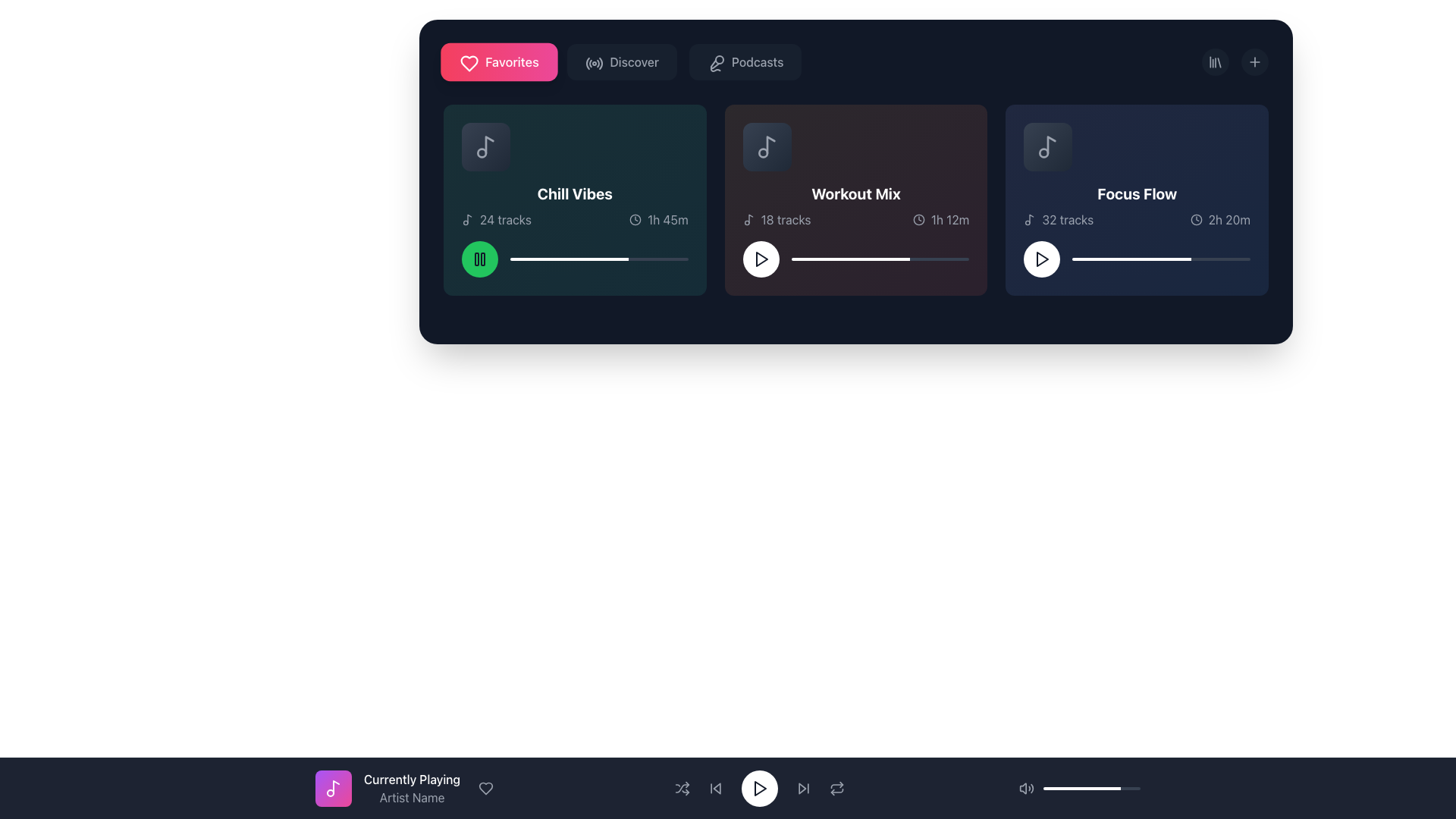 Image resolution: width=1456 pixels, height=819 pixels. I want to click on the square icon with rounded corners and a gradient background featuring a white music notation symbol, located in the 'Currently Playing' section, so click(333, 788).